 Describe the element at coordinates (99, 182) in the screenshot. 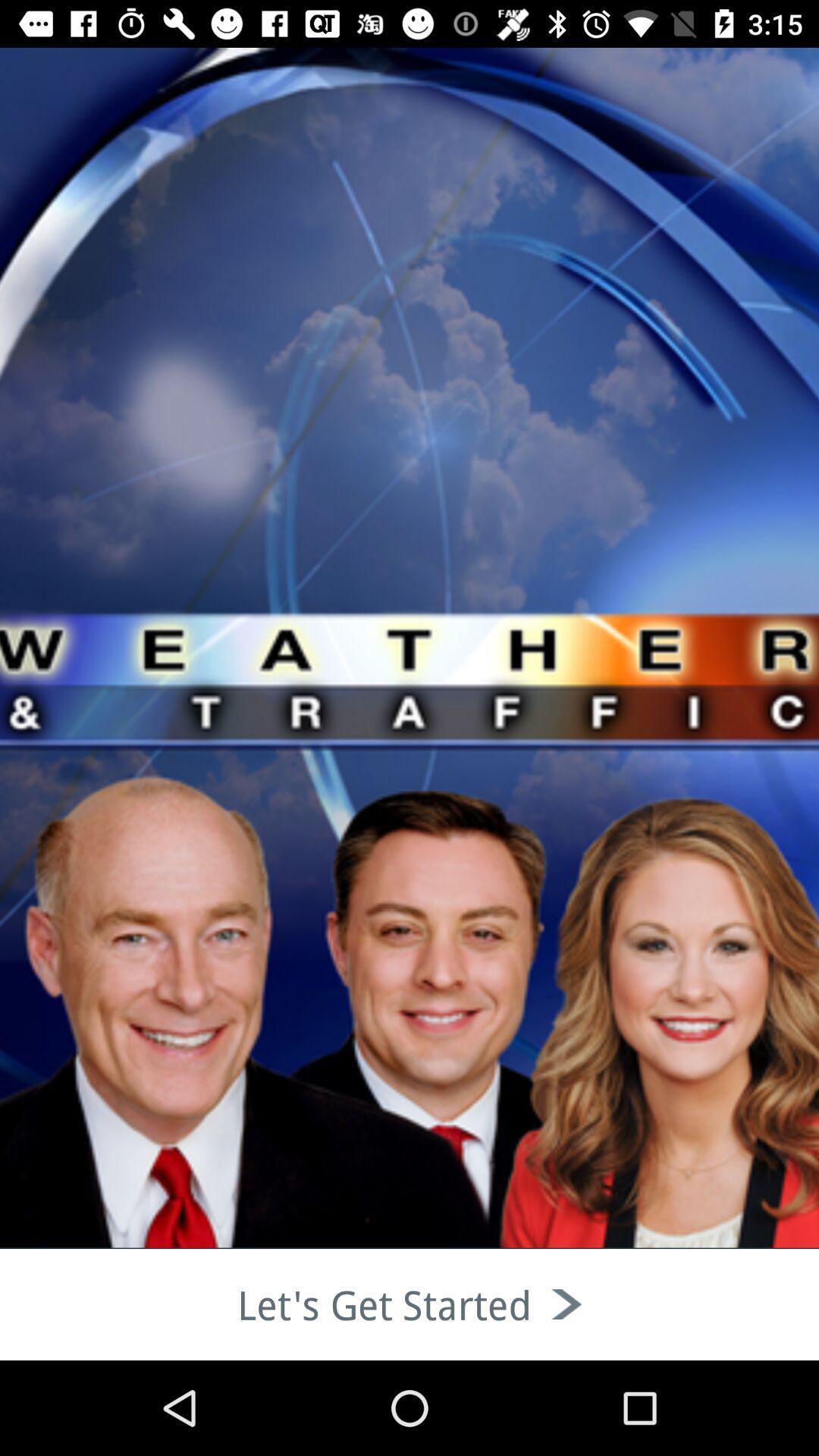

I see `the thumbs_up icon` at that location.